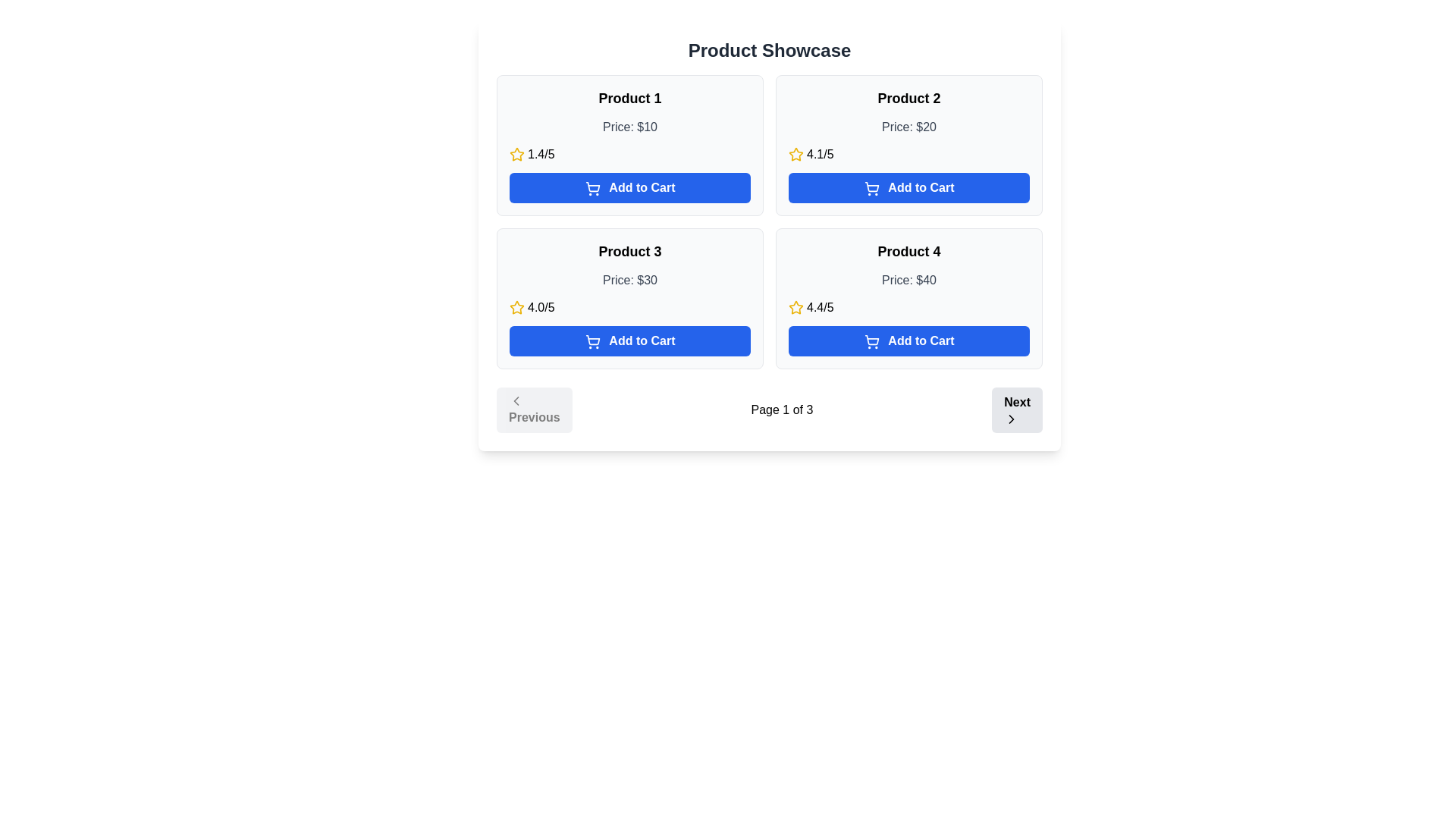 This screenshot has height=819, width=1456. Describe the element at coordinates (909, 281) in the screenshot. I see `the static text label displaying 'Price: $40', which is positioned below 'Product 4' in the bottom right product card` at that location.